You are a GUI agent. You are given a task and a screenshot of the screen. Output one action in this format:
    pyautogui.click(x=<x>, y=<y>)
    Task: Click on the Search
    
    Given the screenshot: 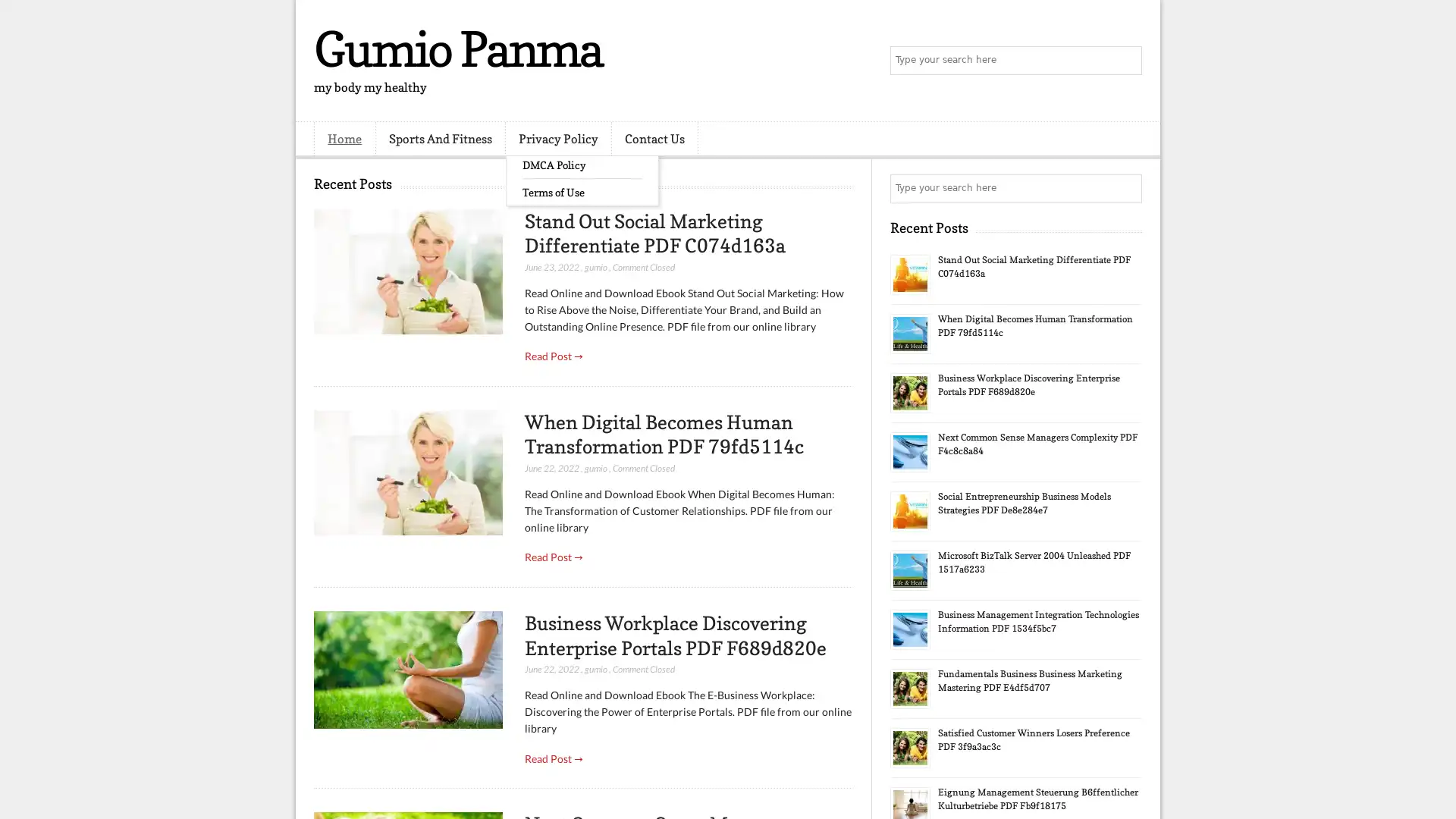 What is the action you would take?
    pyautogui.click(x=1126, y=188)
    